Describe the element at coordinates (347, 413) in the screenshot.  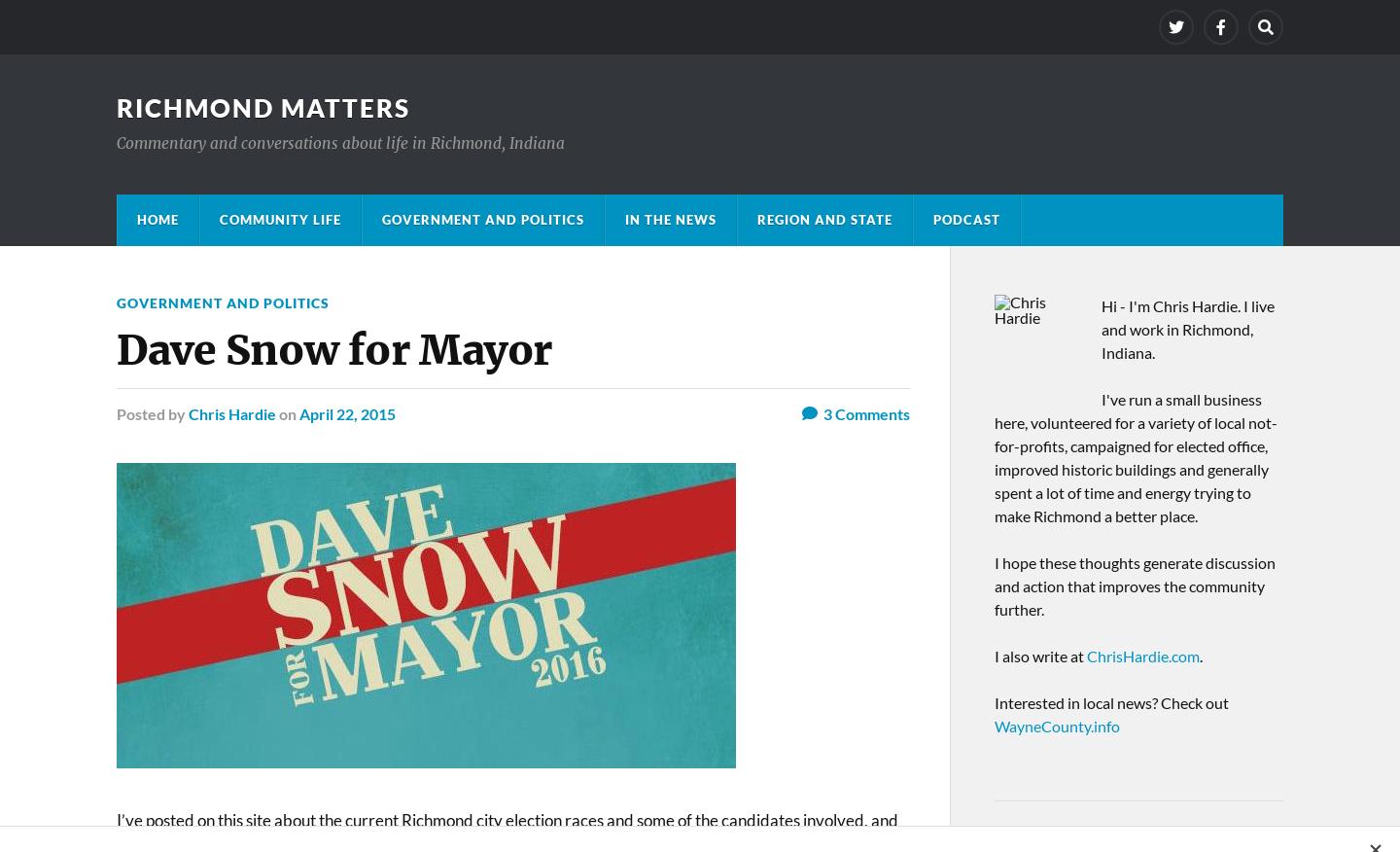
I see `'April 22, 2015'` at that location.